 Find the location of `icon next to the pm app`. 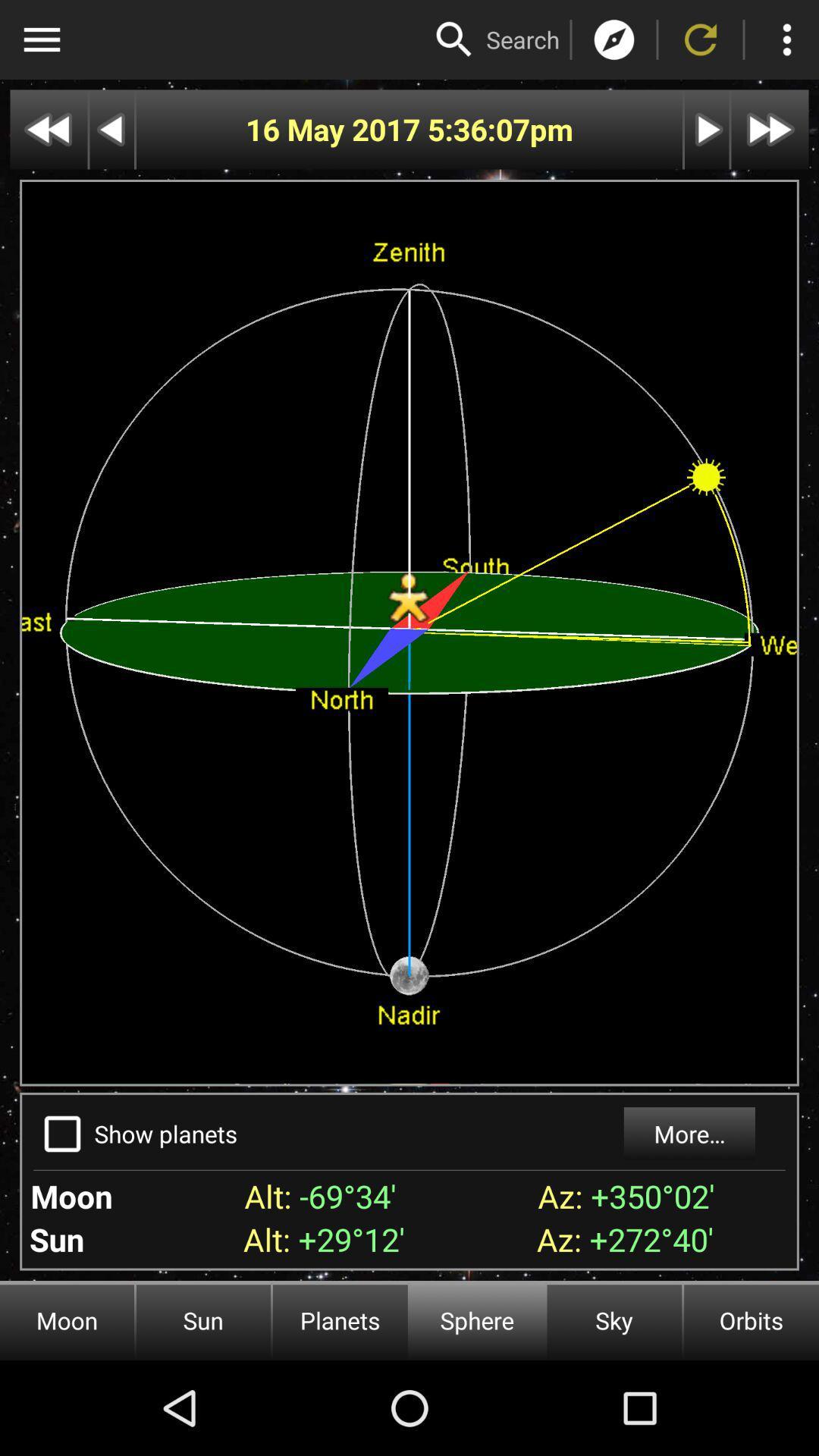

icon next to the pm app is located at coordinates (479, 130).